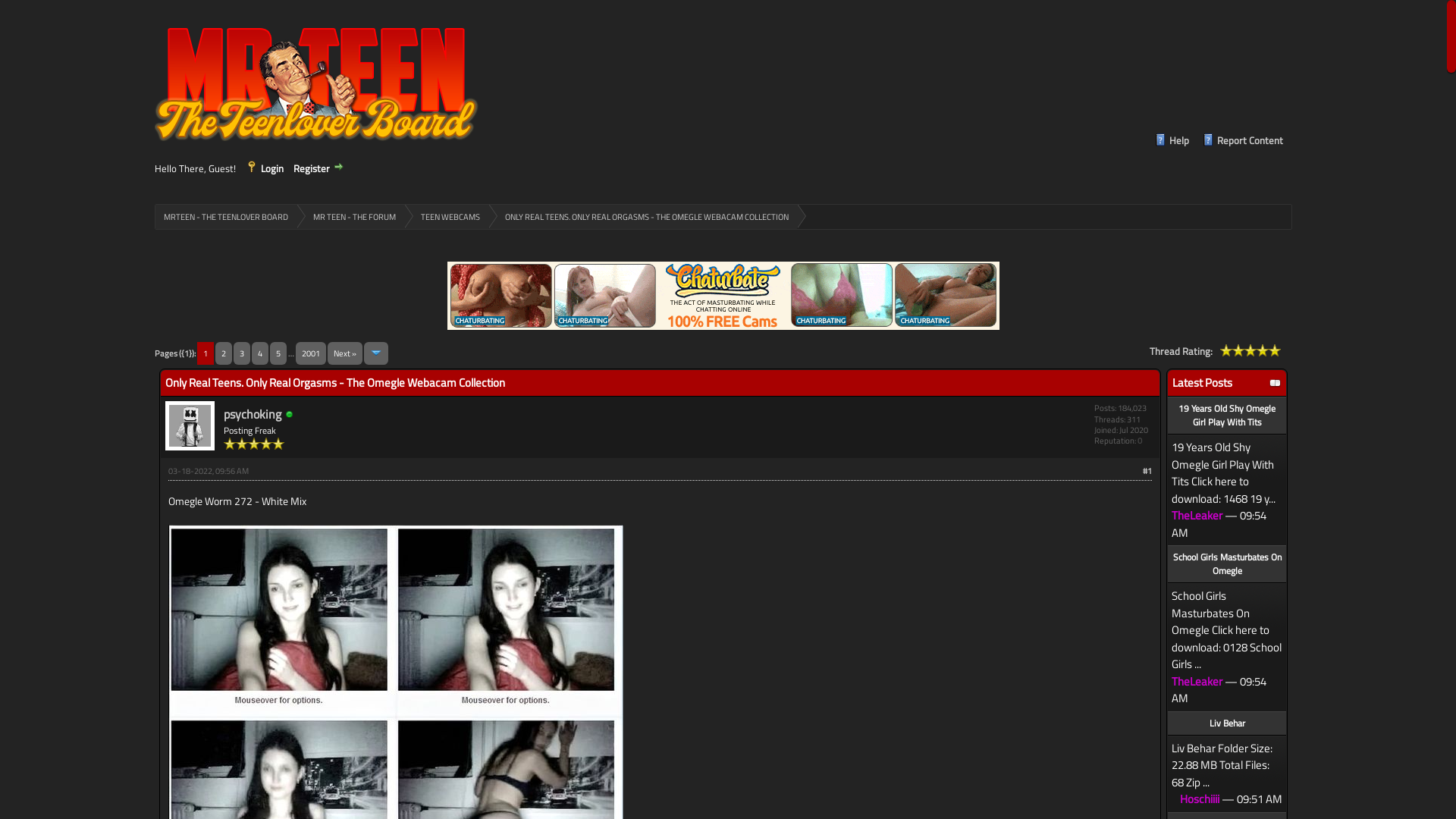 Image resolution: width=1456 pixels, height=819 pixels. What do you see at coordinates (375, 353) in the screenshot?
I see `'Jump to page'` at bounding box center [375, 353].